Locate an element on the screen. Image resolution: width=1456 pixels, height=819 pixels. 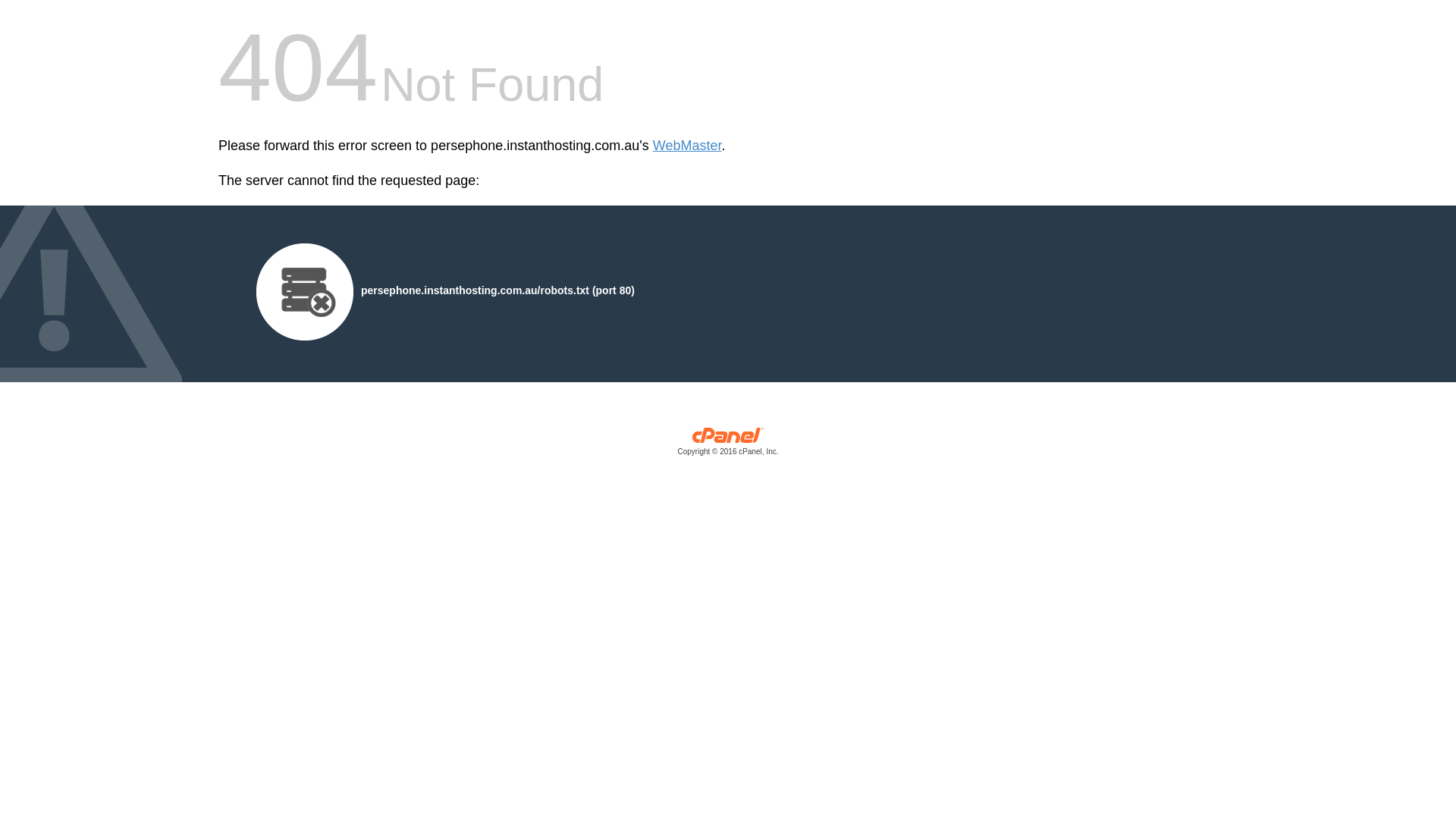
'WebMaster' is located at coordinates (686, 146).